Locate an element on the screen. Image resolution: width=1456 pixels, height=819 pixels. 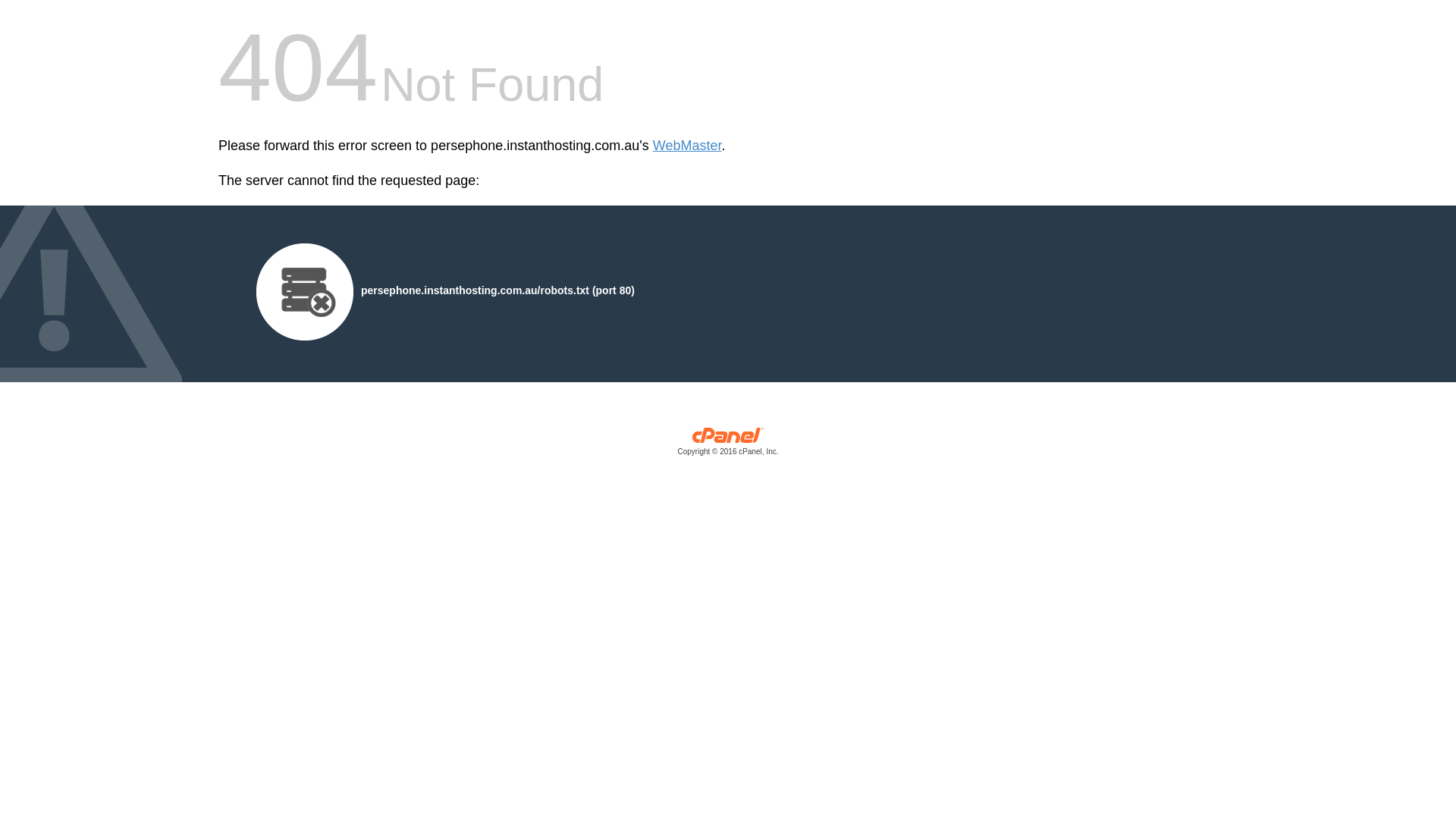
'WebMaster' is located at coordinates (686, 146).